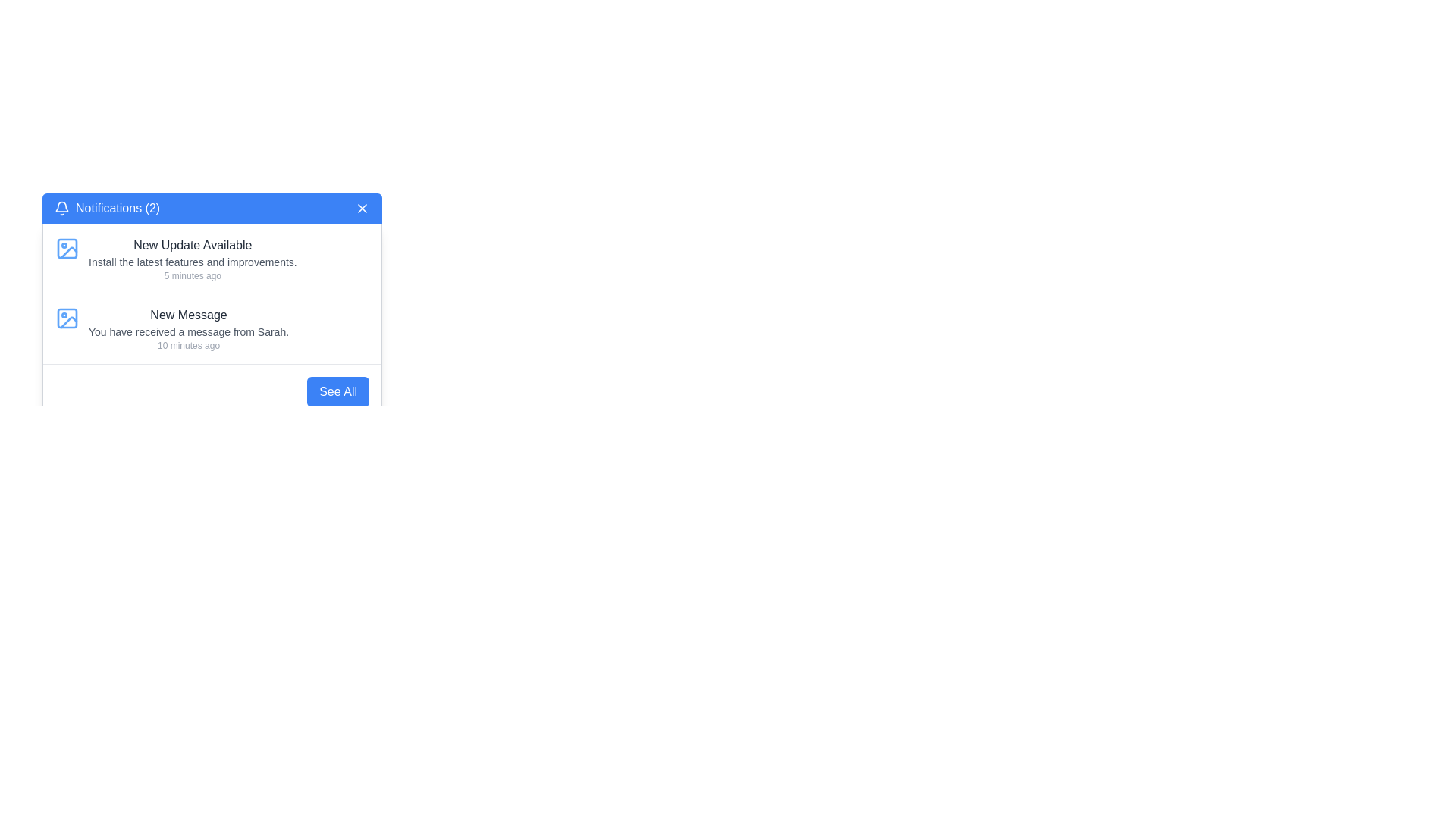  I want to click on the notification button located at the bottom-right corner of the 'Notifications (2)' card, so click(337, 391).